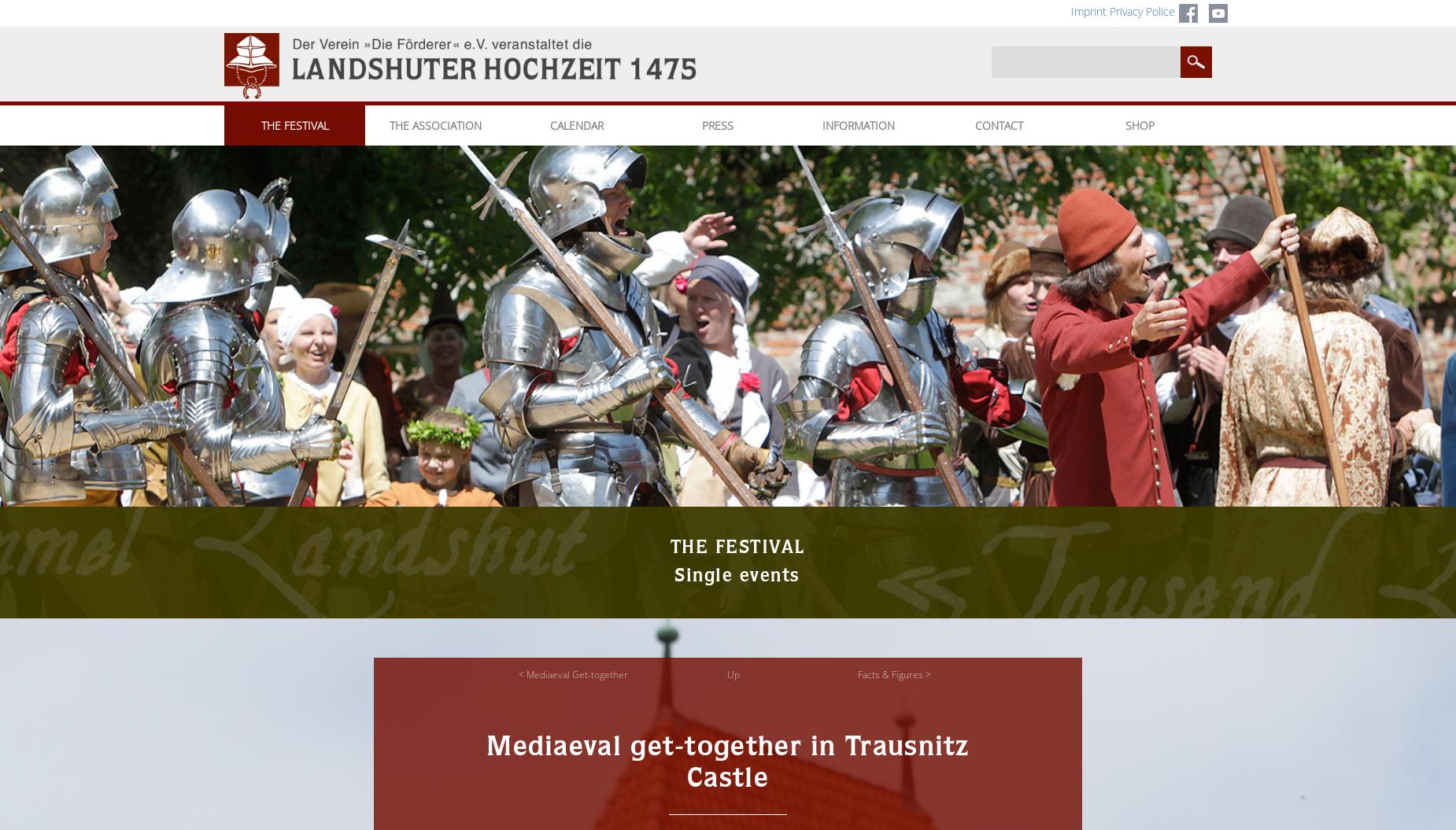 The height and width of the screenshot is (830, 1456). What do you see at coordinates (1142, 11) in the screenshot?
I see `'Privacy Police'` at bounding box center [1142, 11].